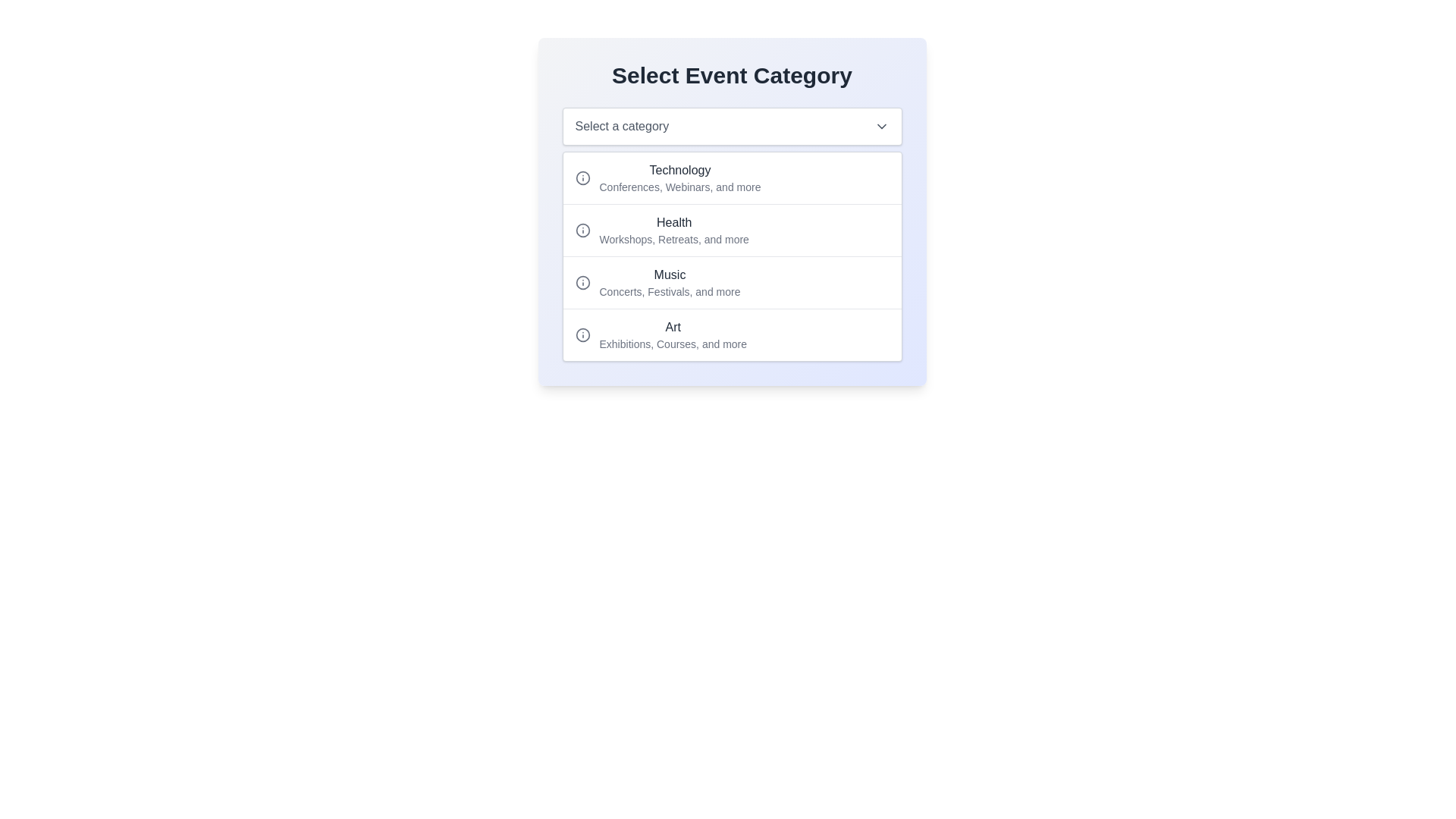 The image size is (1456, 819). Describe the element at coordinates (732, 125) in the screenshot. I see `the dropdown selector labeled 'Select a category'` at that location.